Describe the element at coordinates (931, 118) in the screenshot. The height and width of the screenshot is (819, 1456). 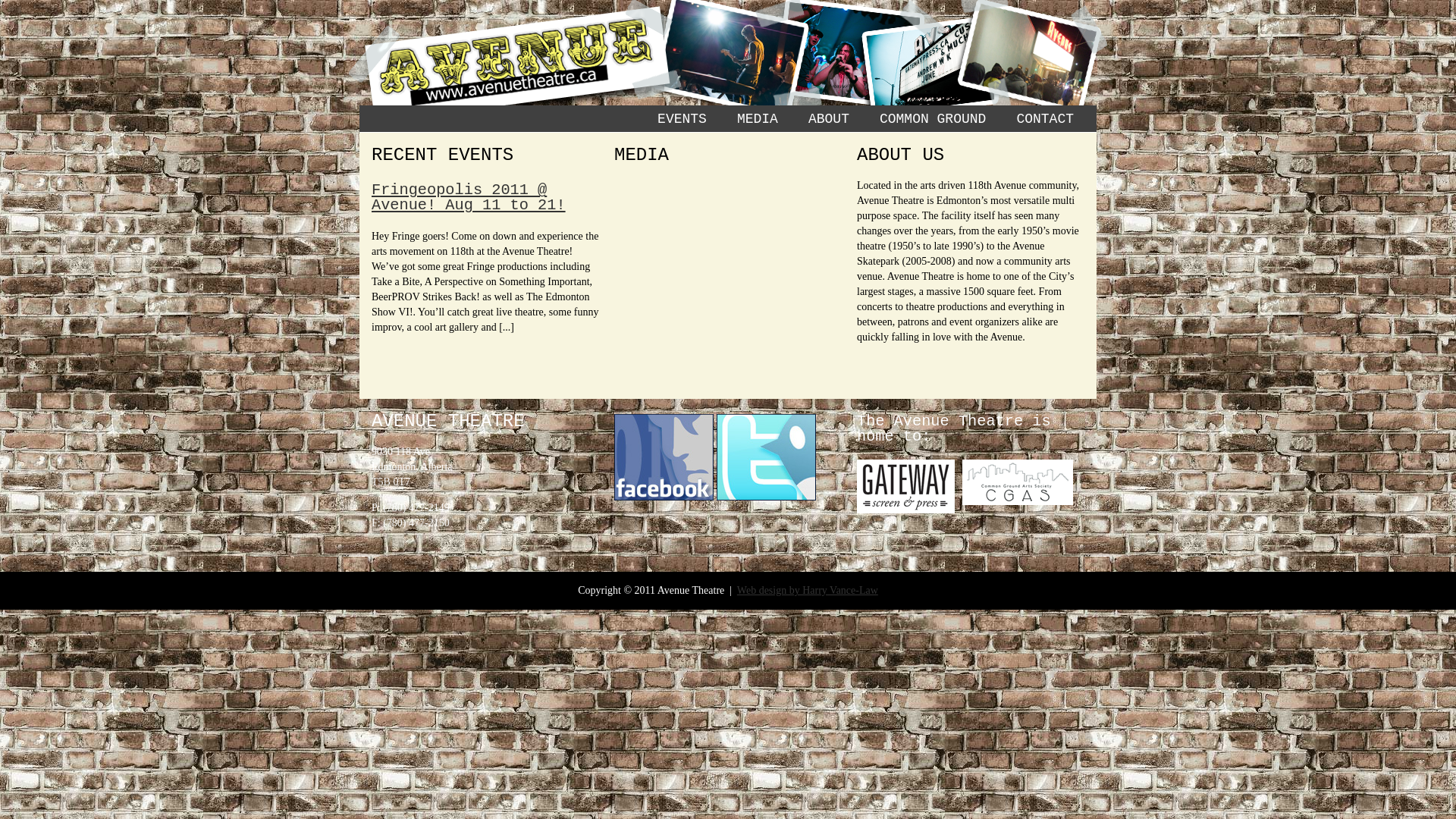
I see `'COMMON GROUND'` at that location.